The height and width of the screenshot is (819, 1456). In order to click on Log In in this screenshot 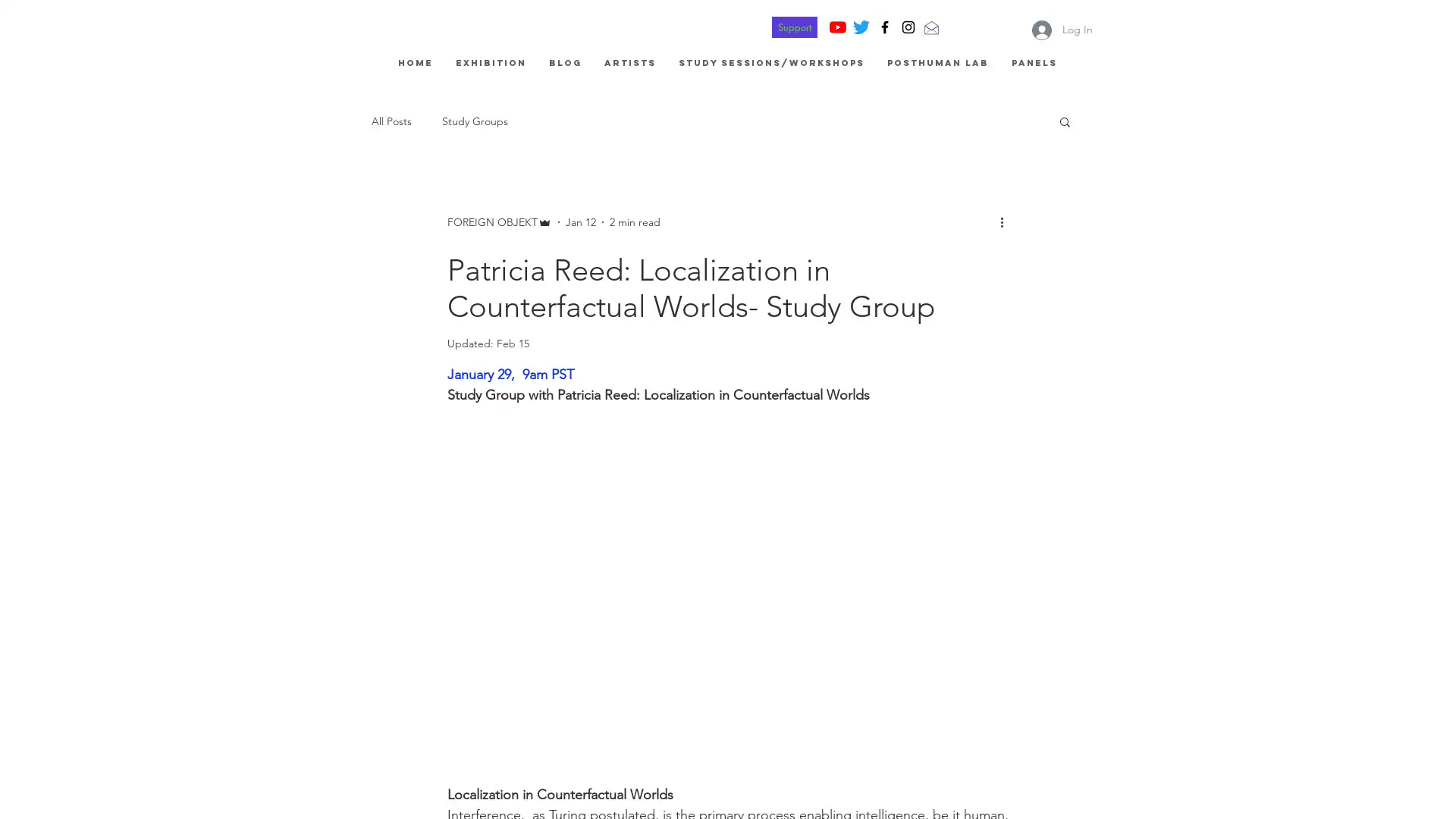, I will do `click(1062, 29)`.